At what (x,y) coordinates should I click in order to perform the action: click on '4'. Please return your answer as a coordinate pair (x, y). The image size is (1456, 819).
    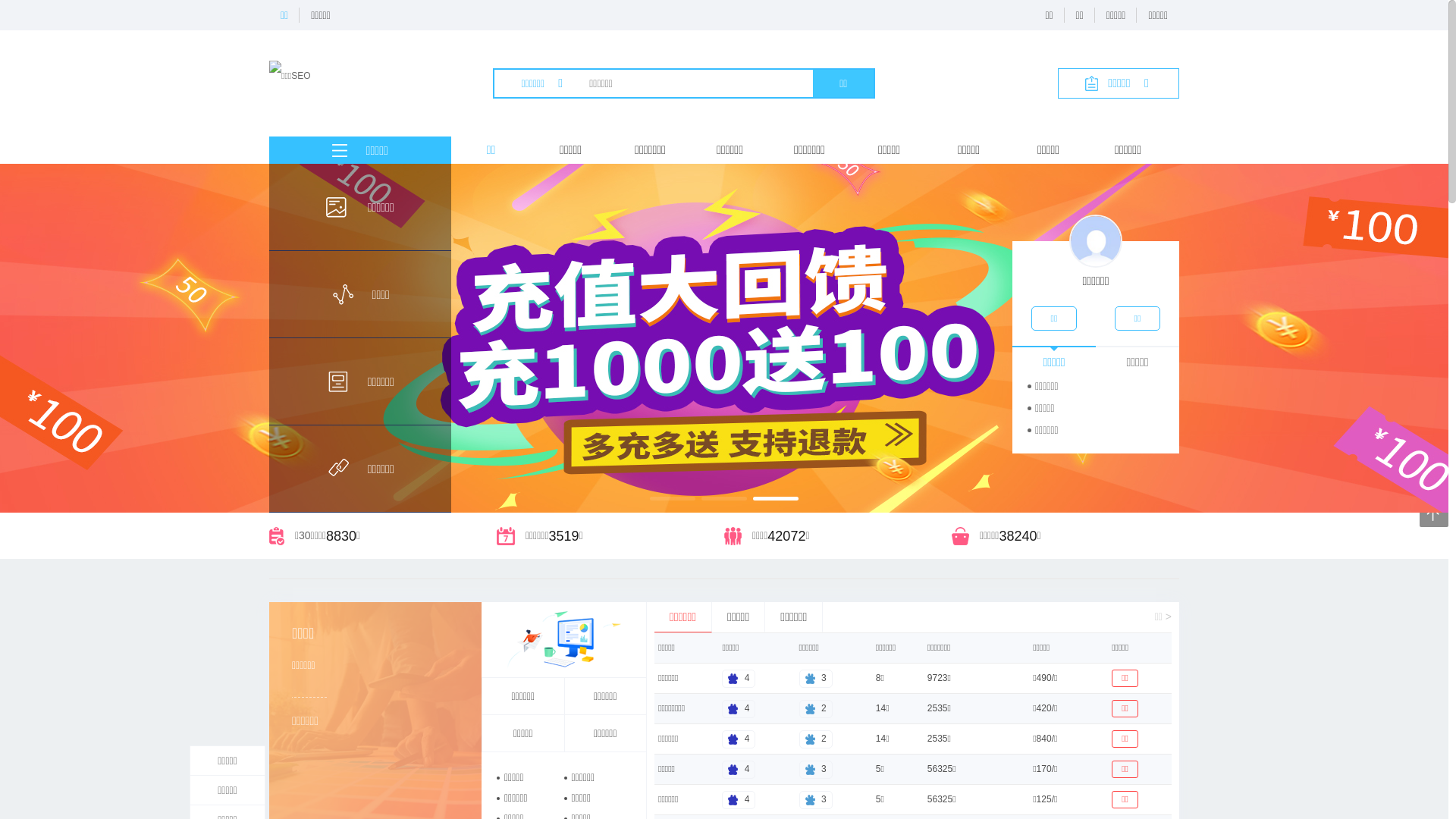
    Looking at the image, I should click on (739, 677).